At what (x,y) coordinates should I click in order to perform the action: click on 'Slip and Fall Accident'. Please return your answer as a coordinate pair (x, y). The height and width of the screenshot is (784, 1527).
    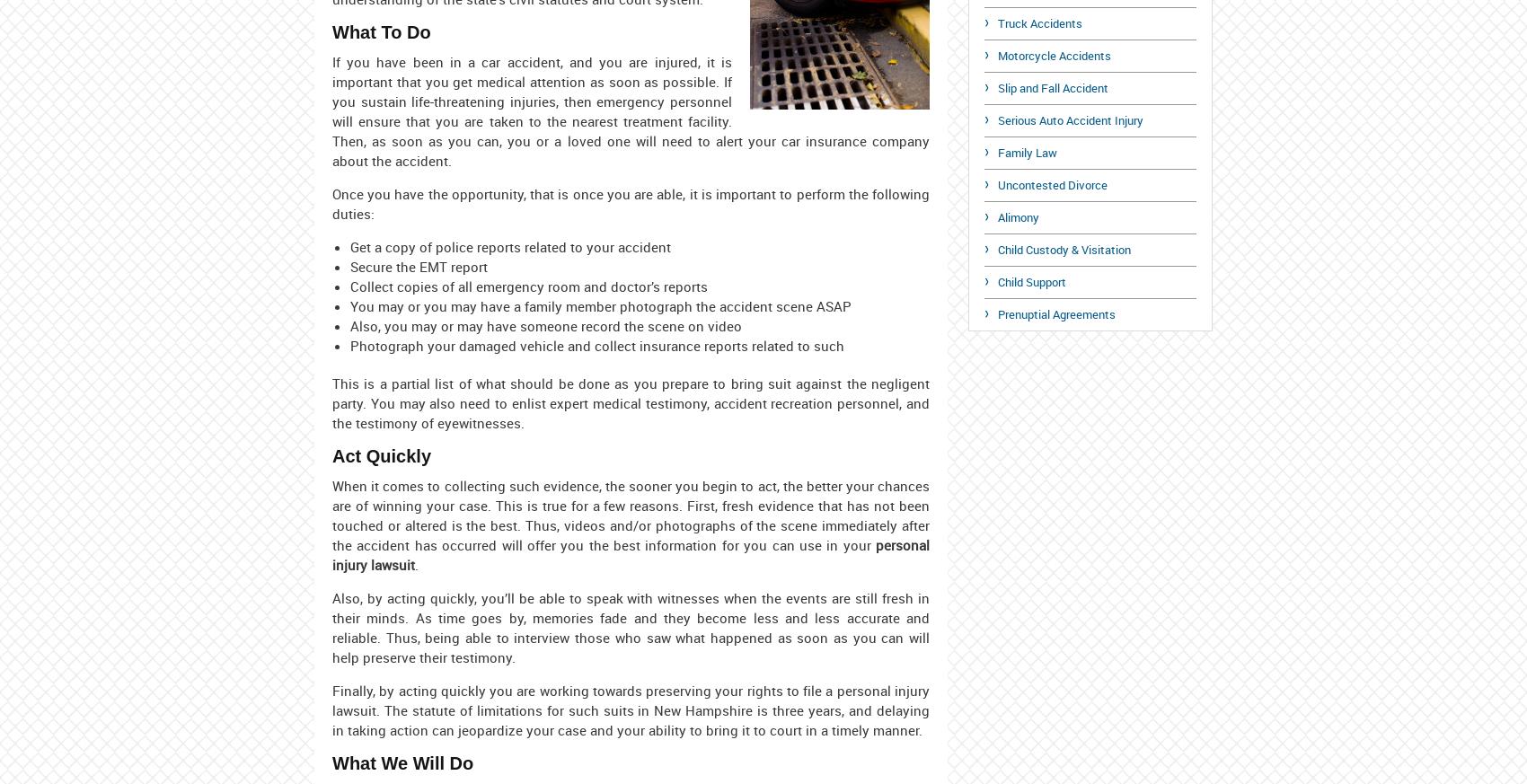
    Looking at the image, I should click on (1052, 88).